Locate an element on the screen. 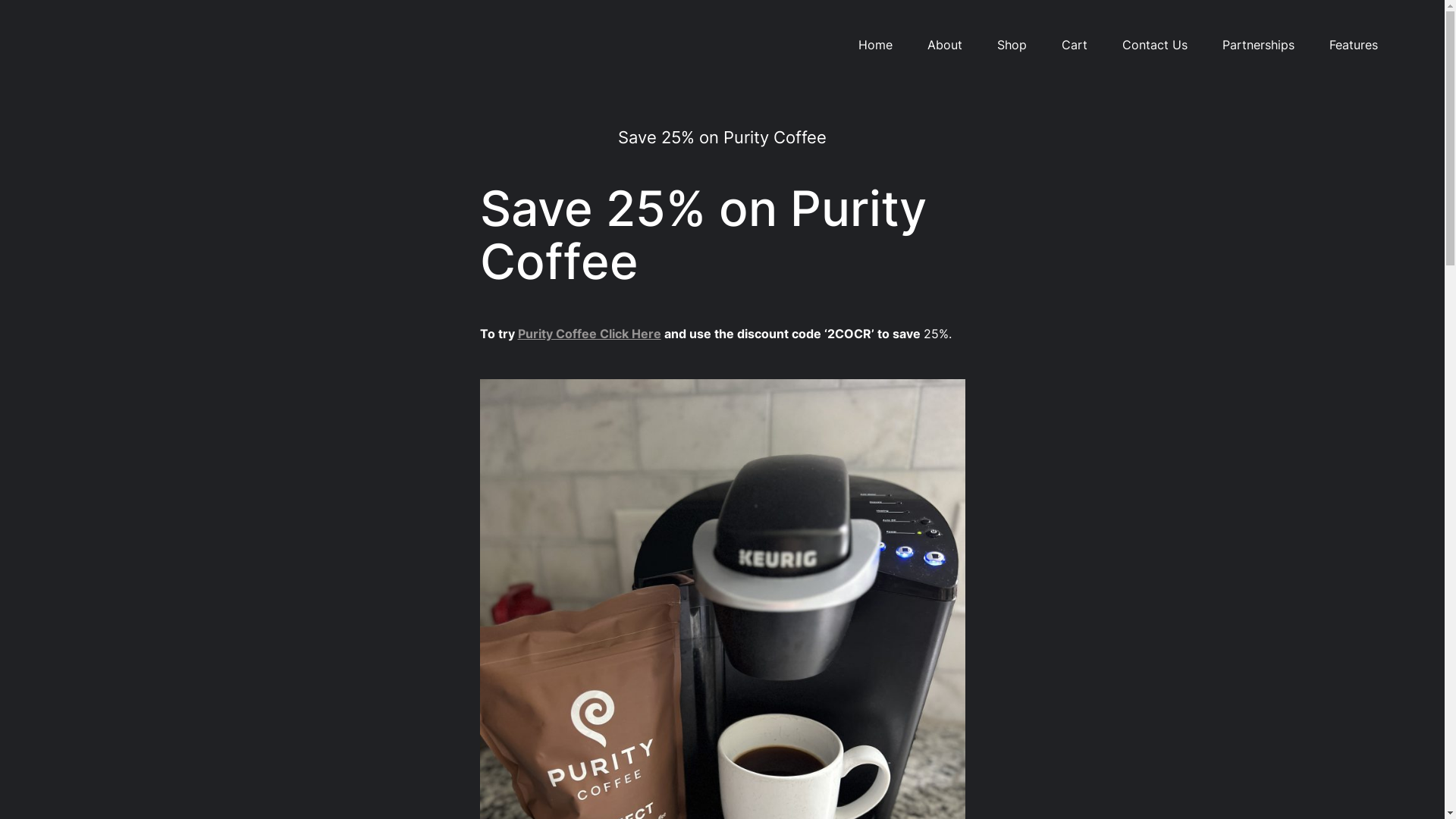 Image resolution: width=1456 pixels, height=819 pixels. 'Shop' is located at coordinates (1011, 44).